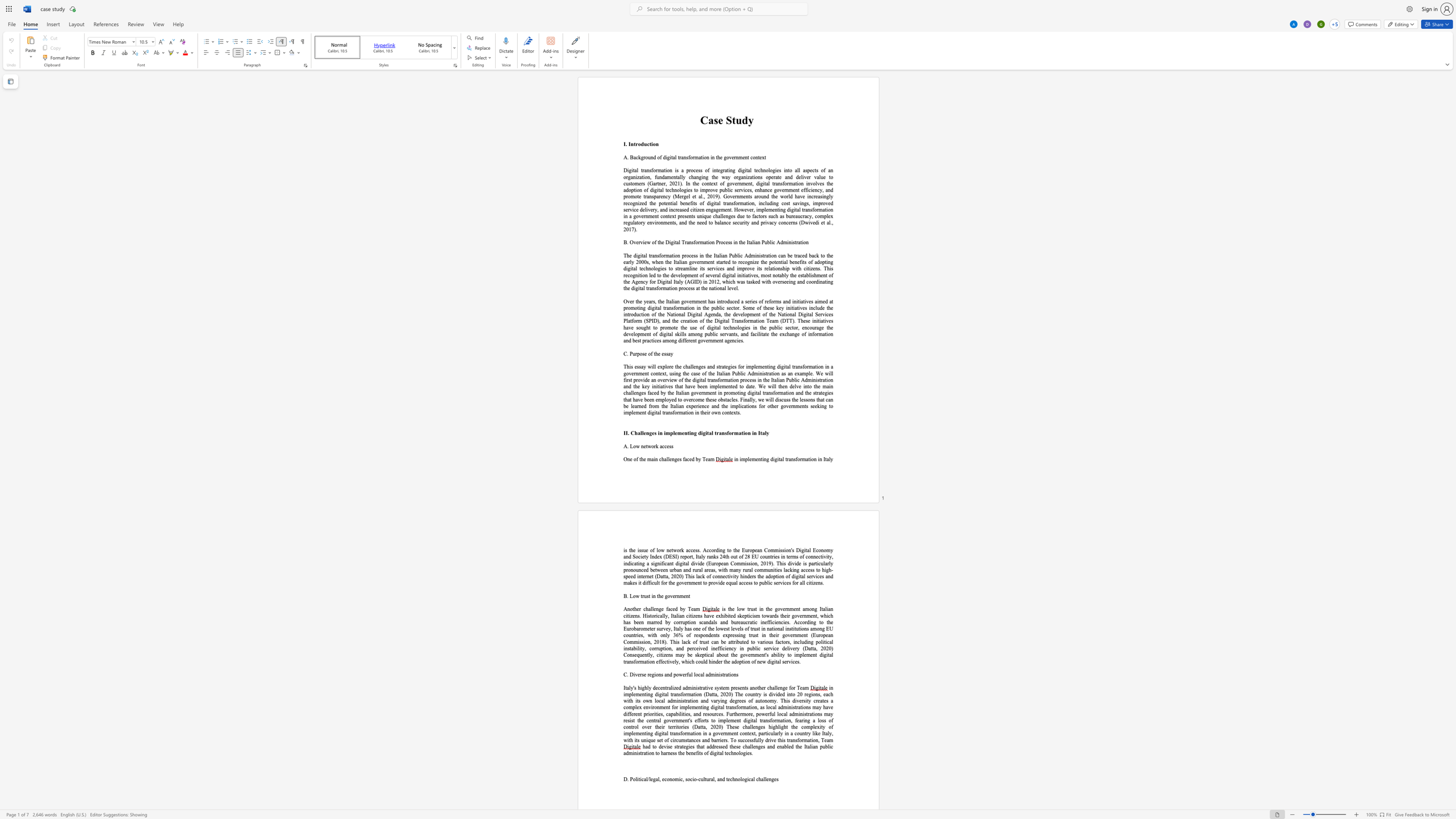  I want to click on the space between the continuous character "n" and "m" in the text, so click(755, 655).